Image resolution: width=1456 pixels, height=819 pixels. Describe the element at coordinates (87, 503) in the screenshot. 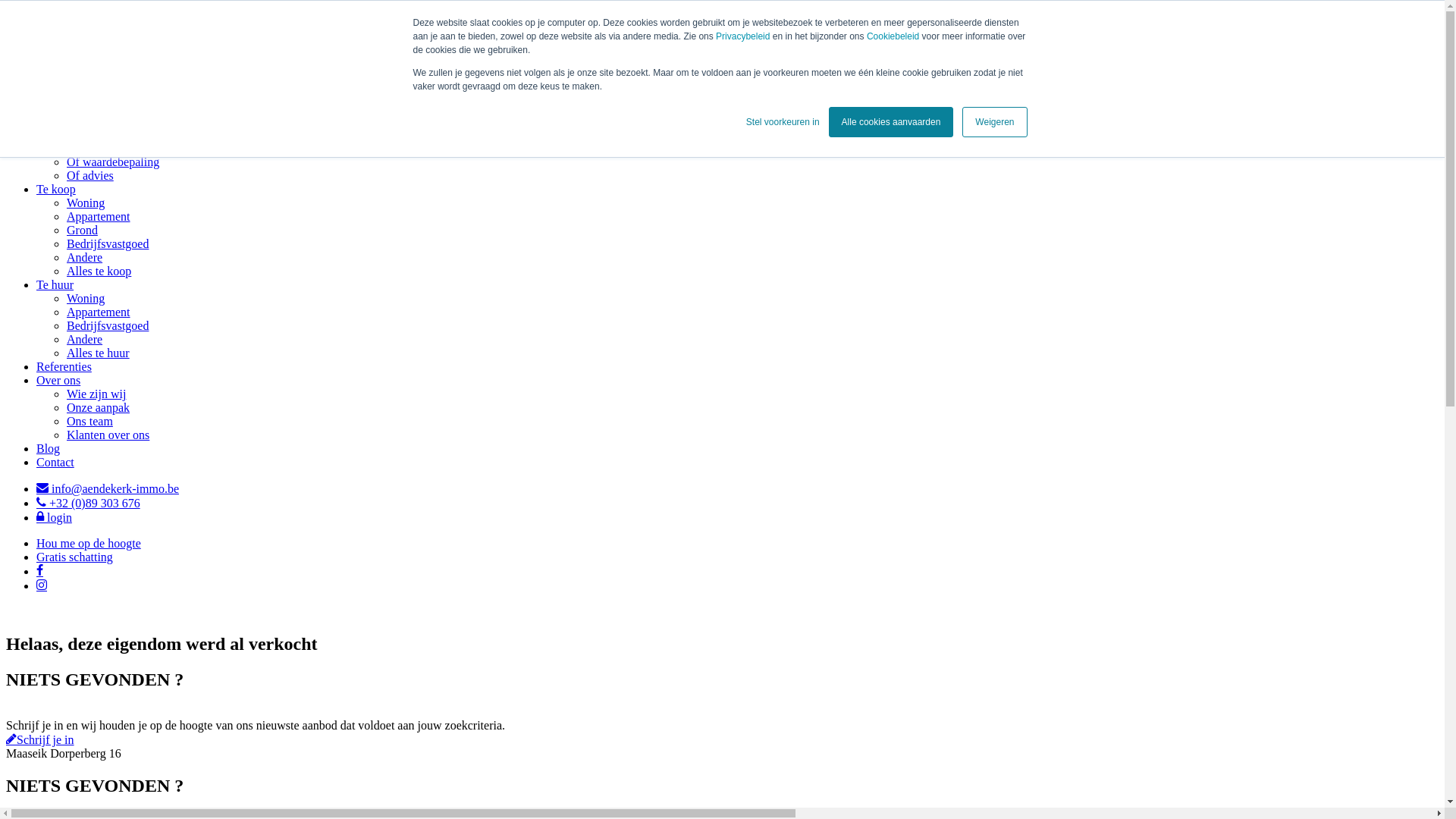

I see `'+32 (0)89 303 676'` at that location.